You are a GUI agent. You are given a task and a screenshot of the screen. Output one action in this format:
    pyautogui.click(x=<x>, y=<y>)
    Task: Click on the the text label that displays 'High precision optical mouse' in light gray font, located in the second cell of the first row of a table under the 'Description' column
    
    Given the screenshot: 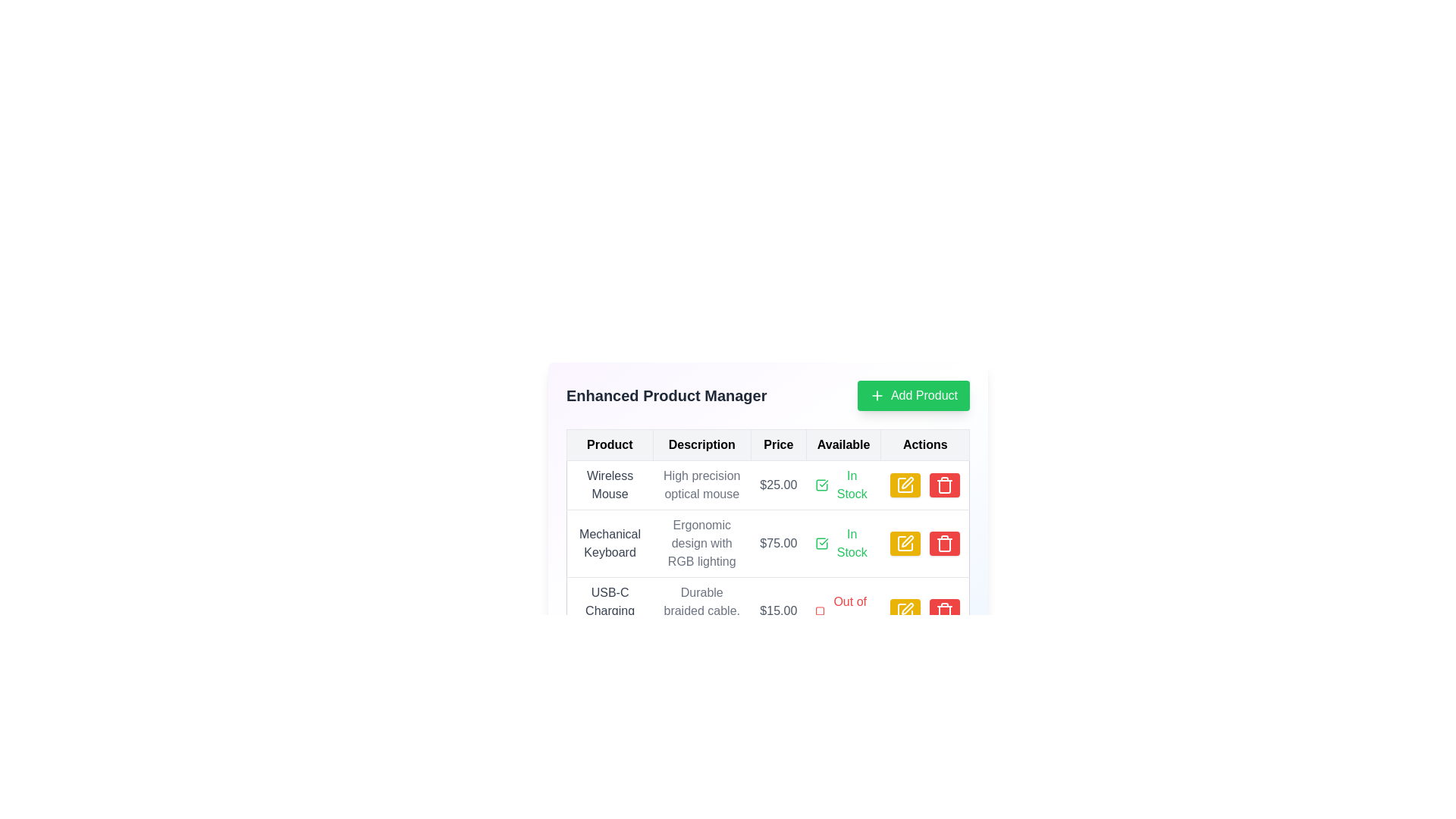 What is the action you would take?
    pyautogui.click(x=701, y=485)
    